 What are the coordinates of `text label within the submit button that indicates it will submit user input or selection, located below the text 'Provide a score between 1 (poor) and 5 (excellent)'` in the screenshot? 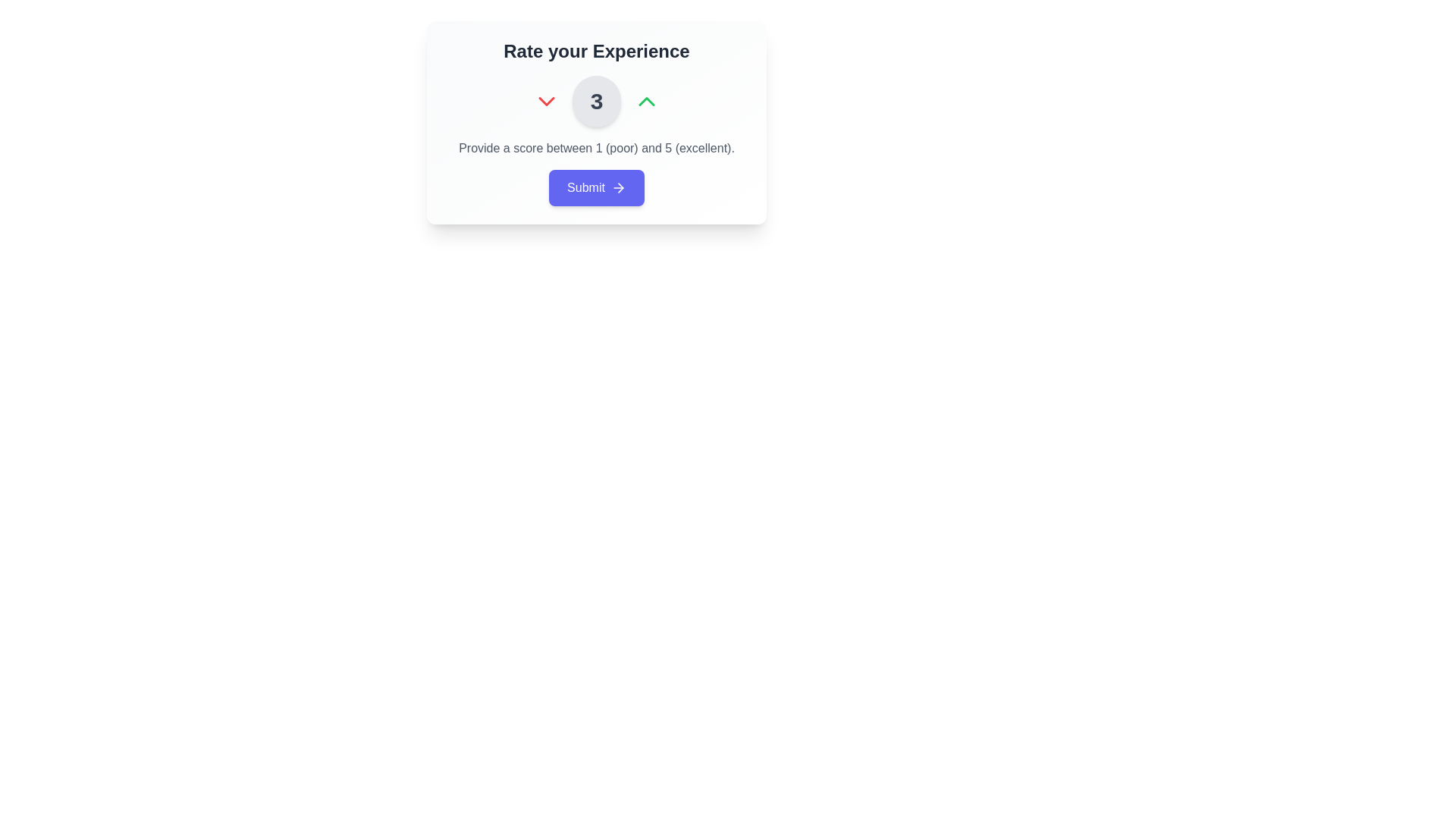 It's located at (585, 187).